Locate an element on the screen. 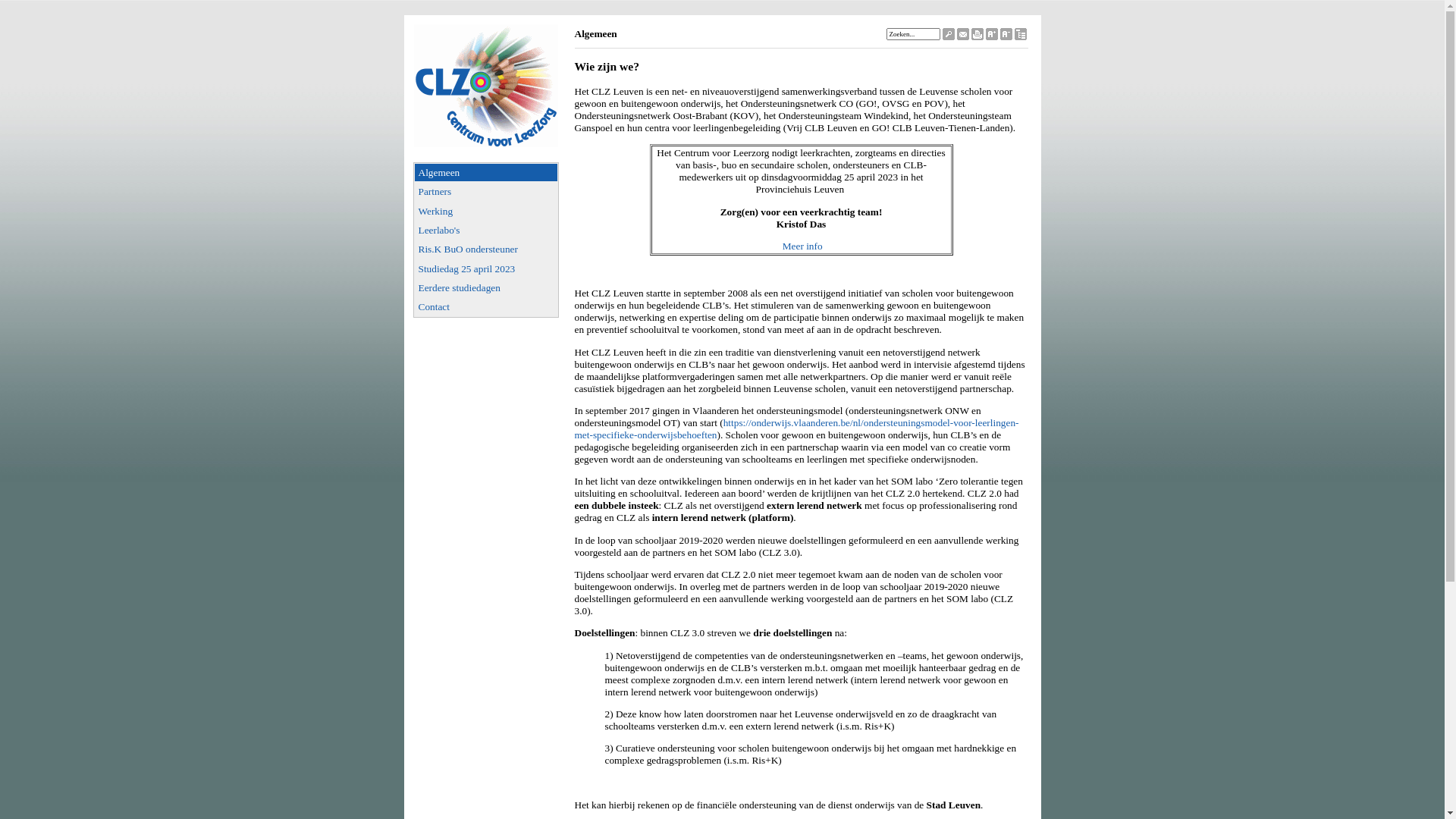 This screenshot has height=819, width=1456. 'SiteMap' is located at coordinates (1020, 35).